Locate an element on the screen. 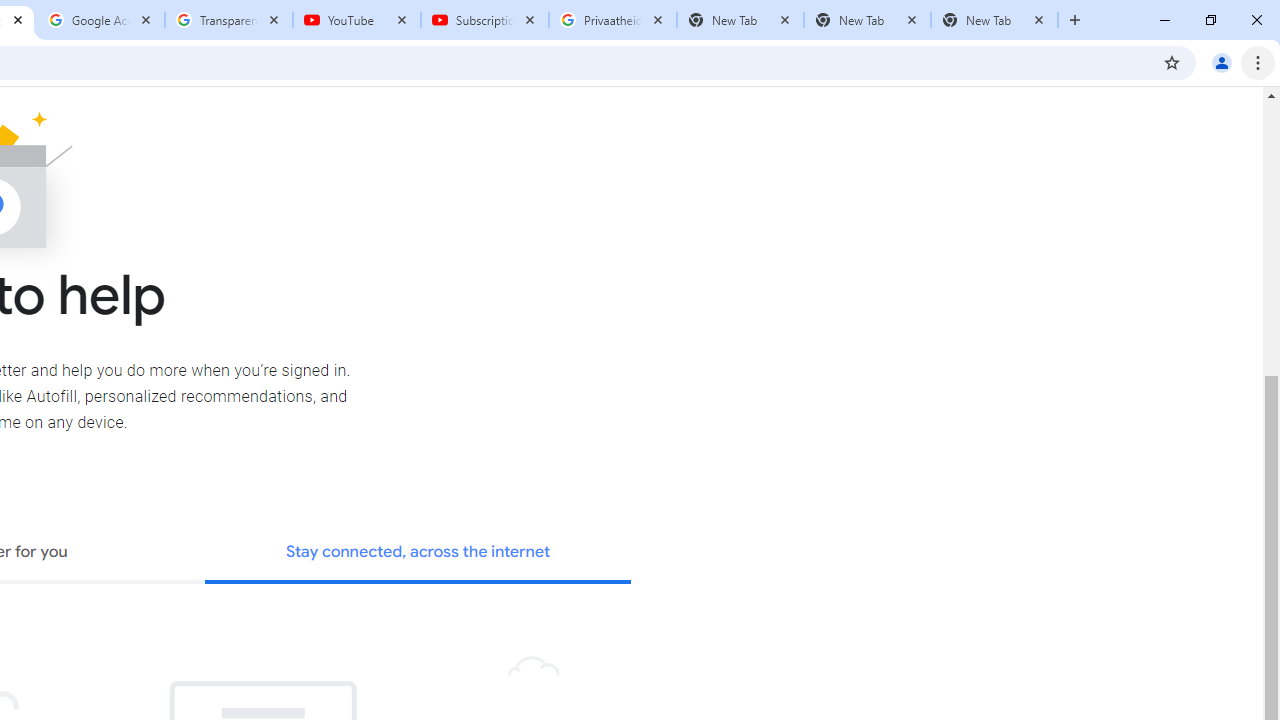 This screenshot has height=720, width=1280. 'Google Account' is located at coordinates (100, 20).